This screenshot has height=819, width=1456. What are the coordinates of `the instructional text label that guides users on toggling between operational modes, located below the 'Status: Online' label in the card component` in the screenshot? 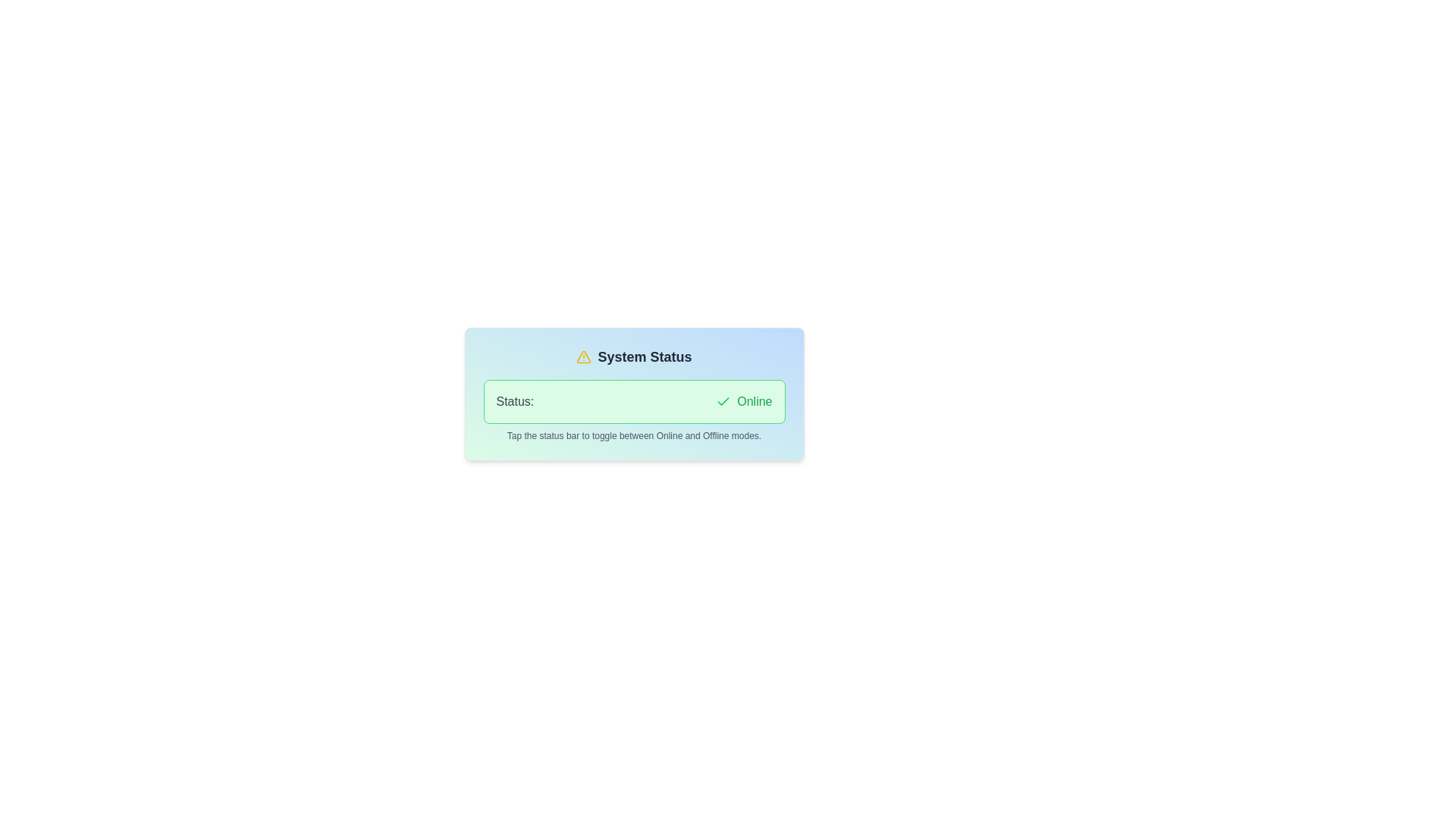 It's located at (634, 435).